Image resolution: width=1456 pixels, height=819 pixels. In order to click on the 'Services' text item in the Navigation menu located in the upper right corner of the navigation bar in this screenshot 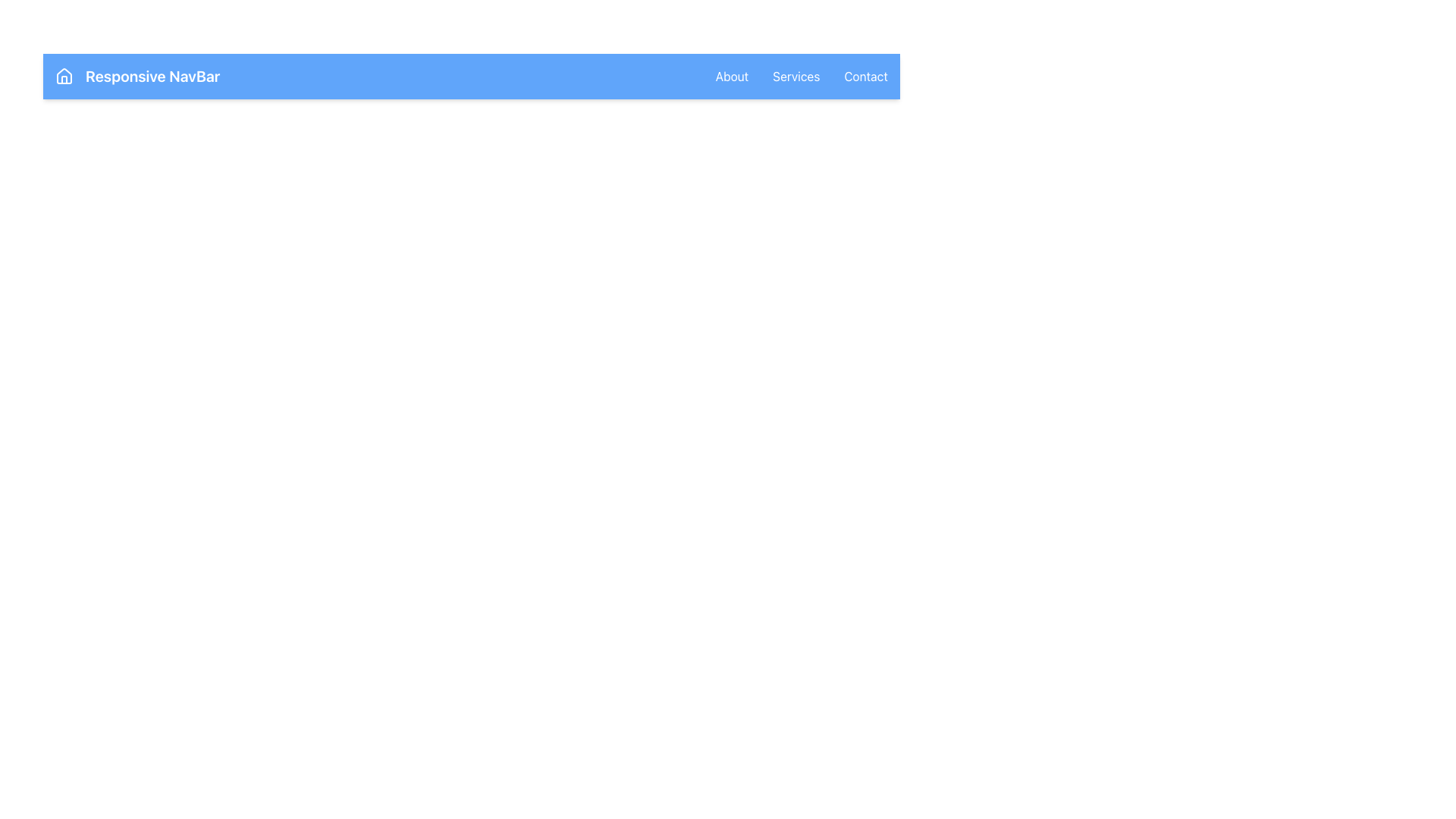, I will do `click(801, 76)`.